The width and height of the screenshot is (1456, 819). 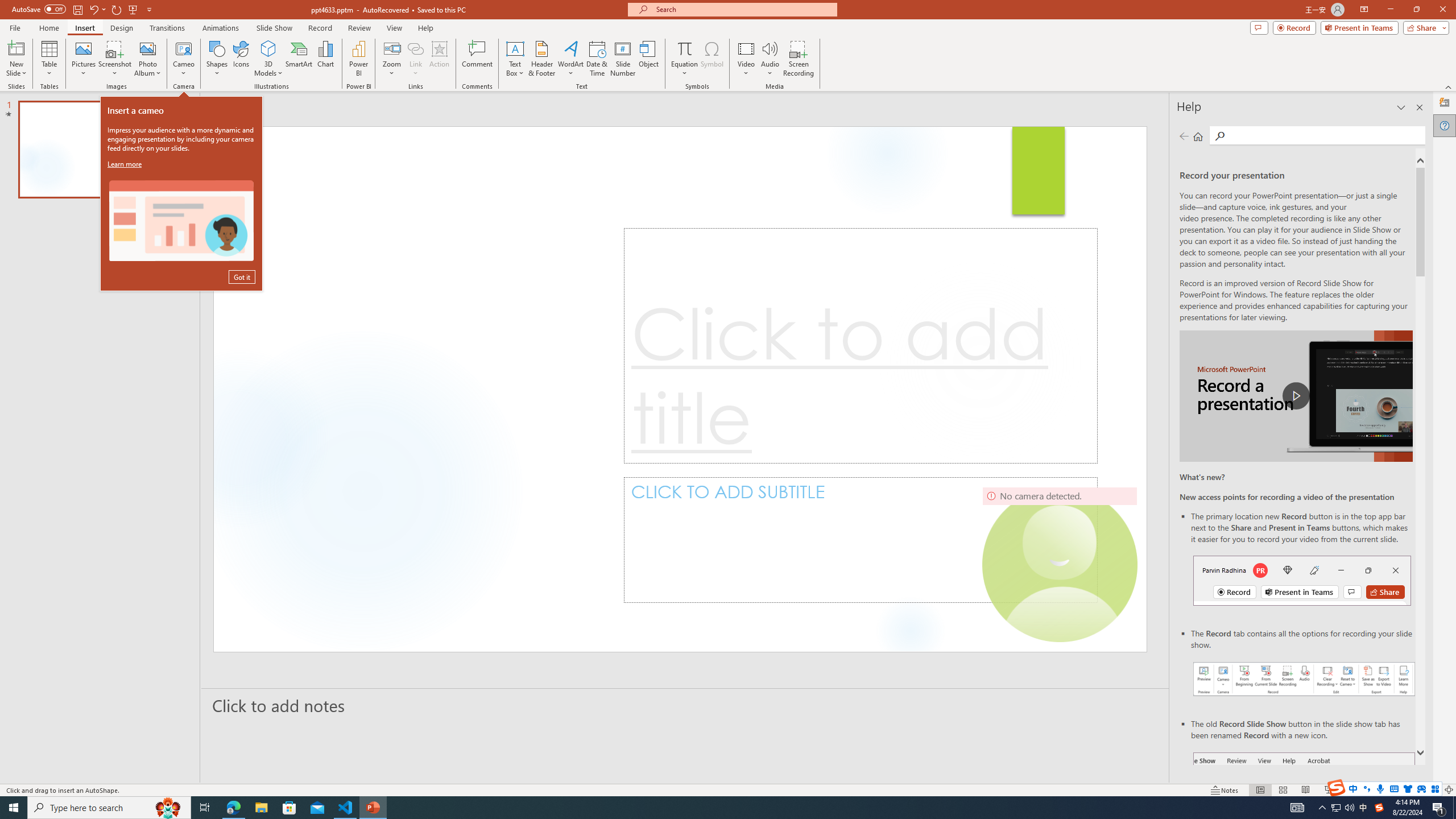 What do you see at coordinates (147, 59) in the screenshot?
I see `'Photo Album...'` at bounding box center [147, 59].